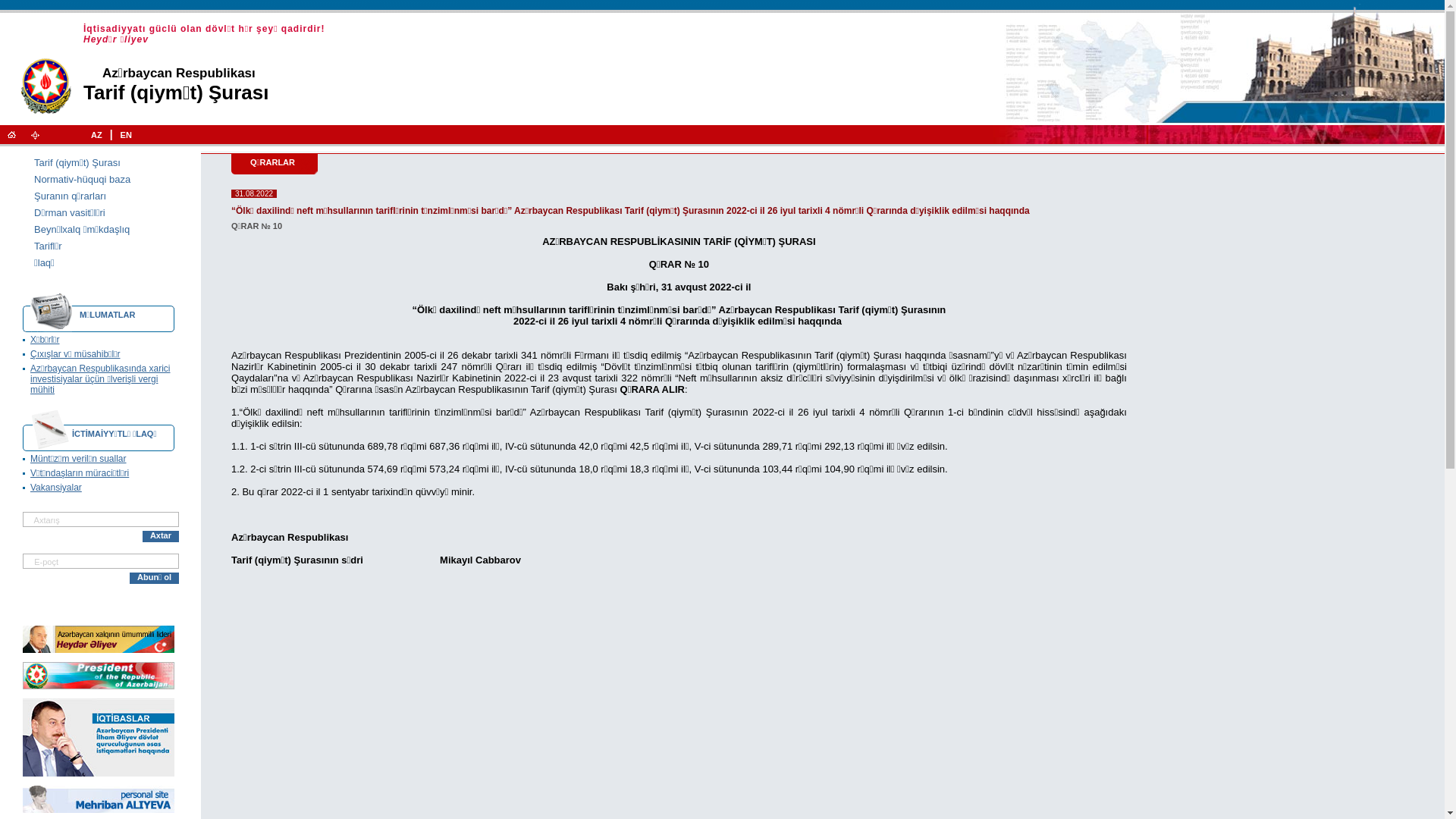  Describe the element at coordinates (126, 133) in the screenshot. I see `'EN'` at that location.